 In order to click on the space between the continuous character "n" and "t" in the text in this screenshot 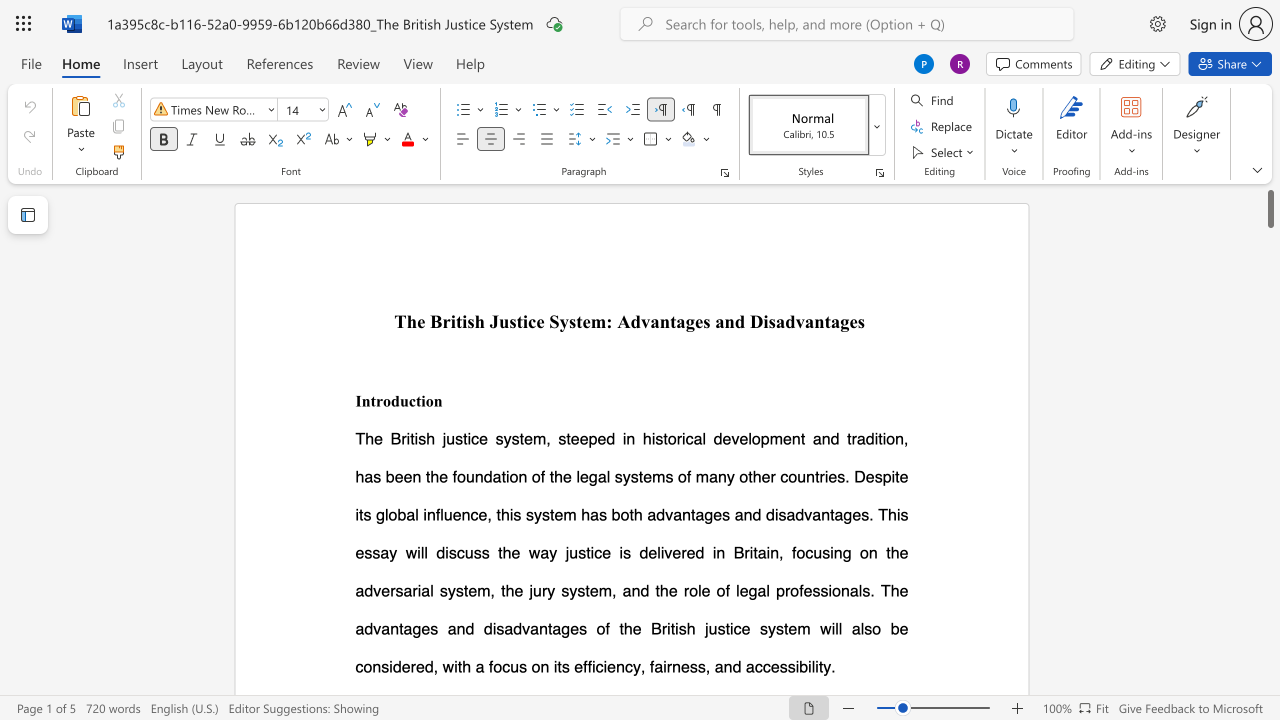, I will do `click(369, 400)`.